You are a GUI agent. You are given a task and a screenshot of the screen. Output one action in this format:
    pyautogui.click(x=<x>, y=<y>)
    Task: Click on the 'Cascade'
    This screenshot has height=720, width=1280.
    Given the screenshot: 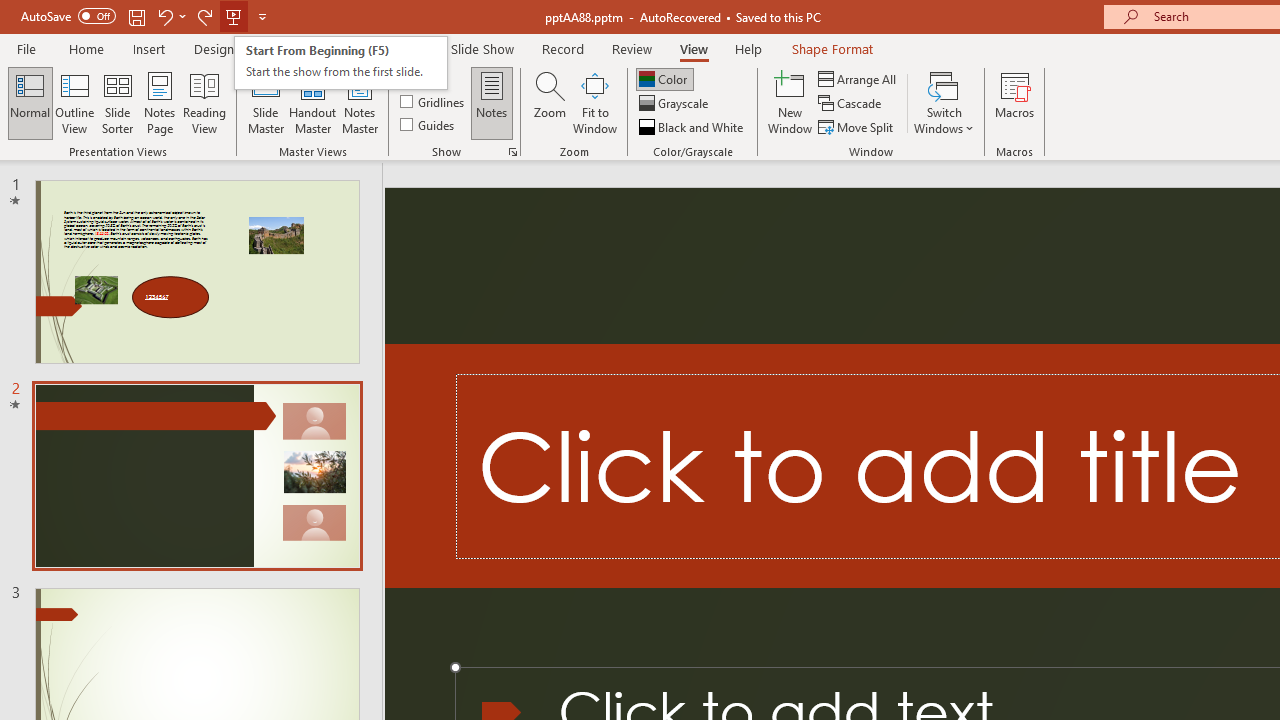 What is the action you would take?
    pyautogui.click(x=851, y=103)
    